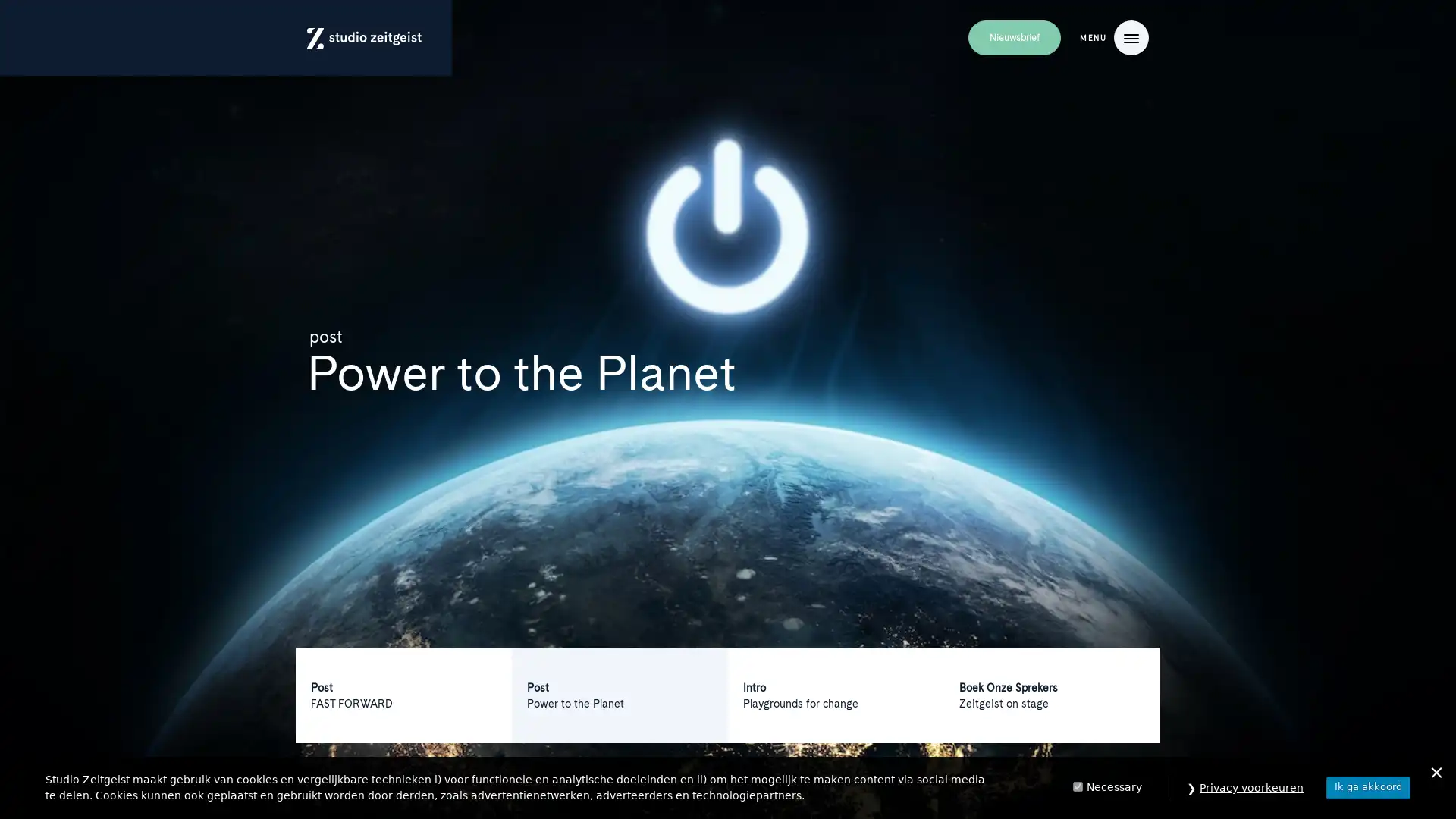  What do you see at coordinates (1014, 37) in the screenshot?
I see `Nieuwsbrief` at bounding box center [1014, 37].